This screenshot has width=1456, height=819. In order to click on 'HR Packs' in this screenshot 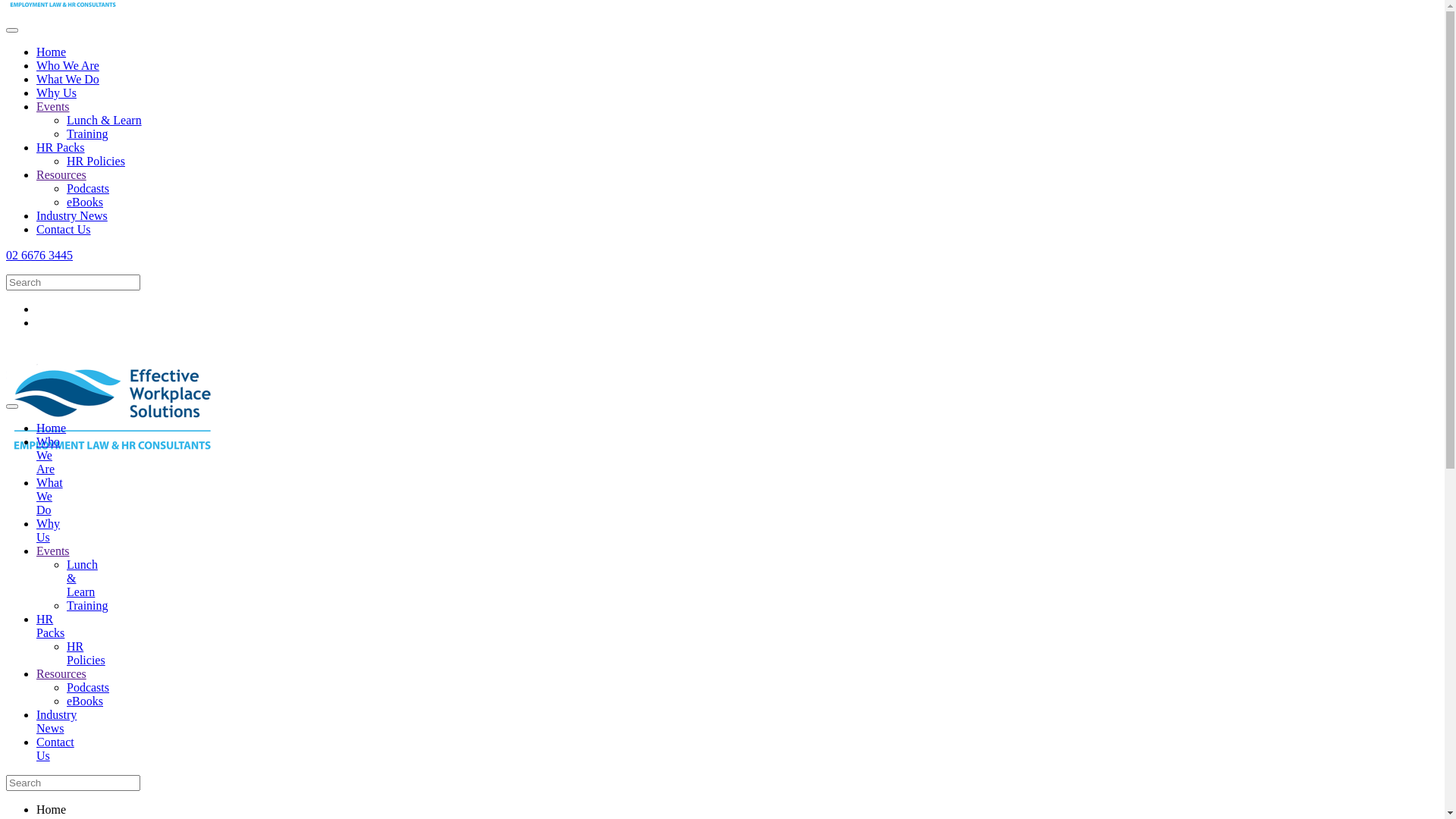, I will do `click(61, 147)`.